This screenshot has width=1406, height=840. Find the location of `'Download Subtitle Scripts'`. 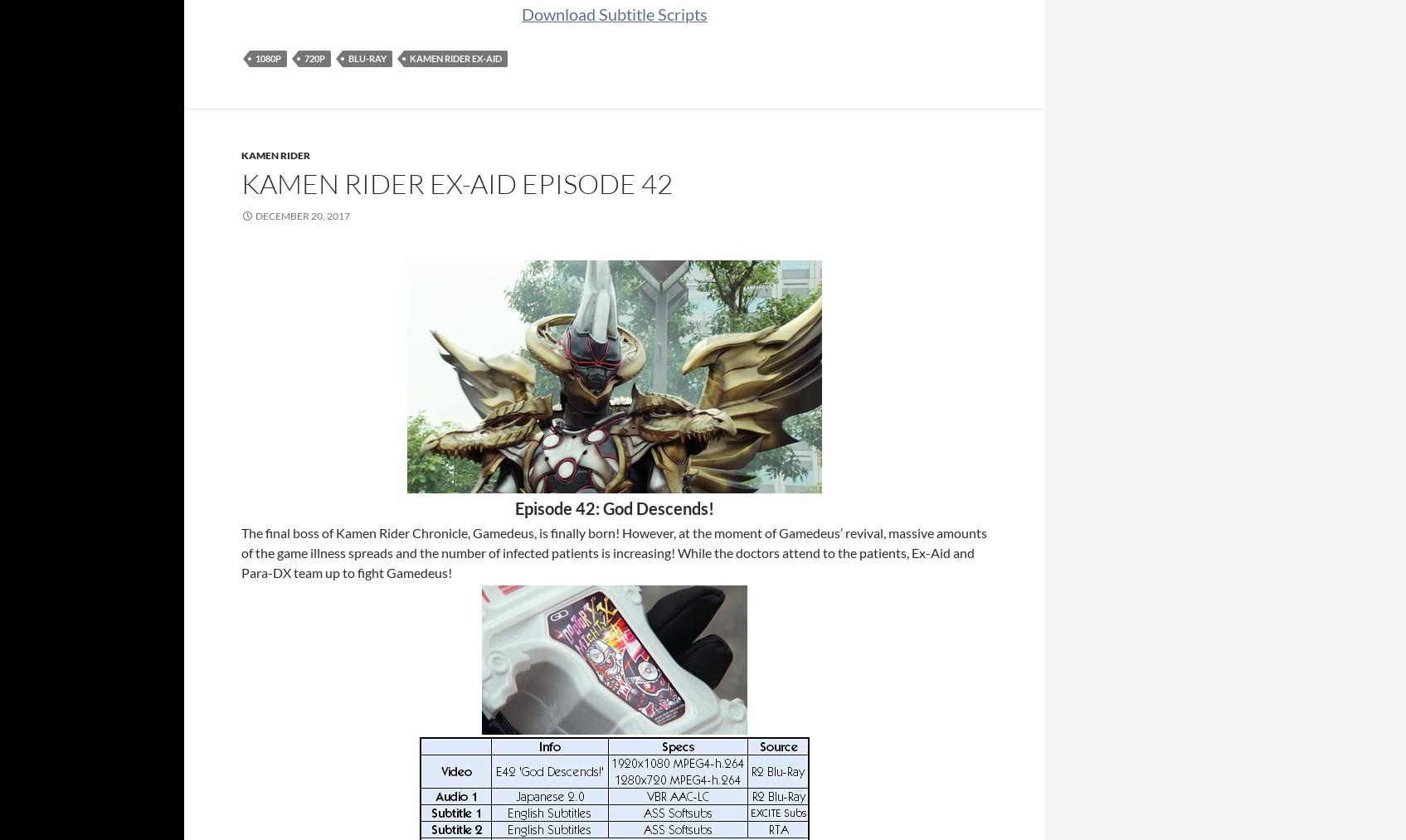

'Download Subtitle Scripts' is located at coordinates (614, 13).